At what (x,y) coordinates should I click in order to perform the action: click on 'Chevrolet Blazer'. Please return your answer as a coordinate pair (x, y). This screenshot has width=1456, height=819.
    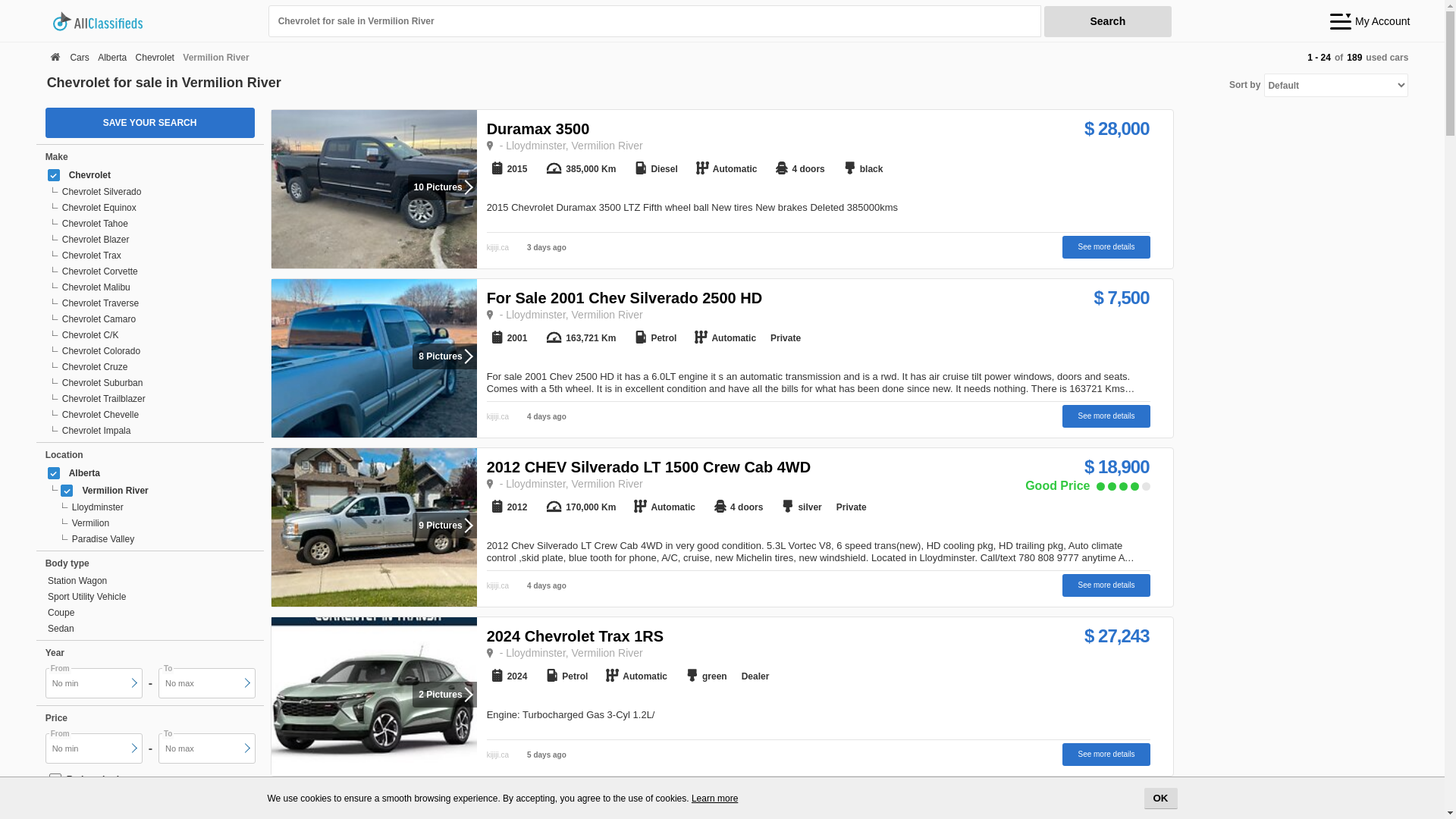
    Looking at the image, I should click on (153, 239).